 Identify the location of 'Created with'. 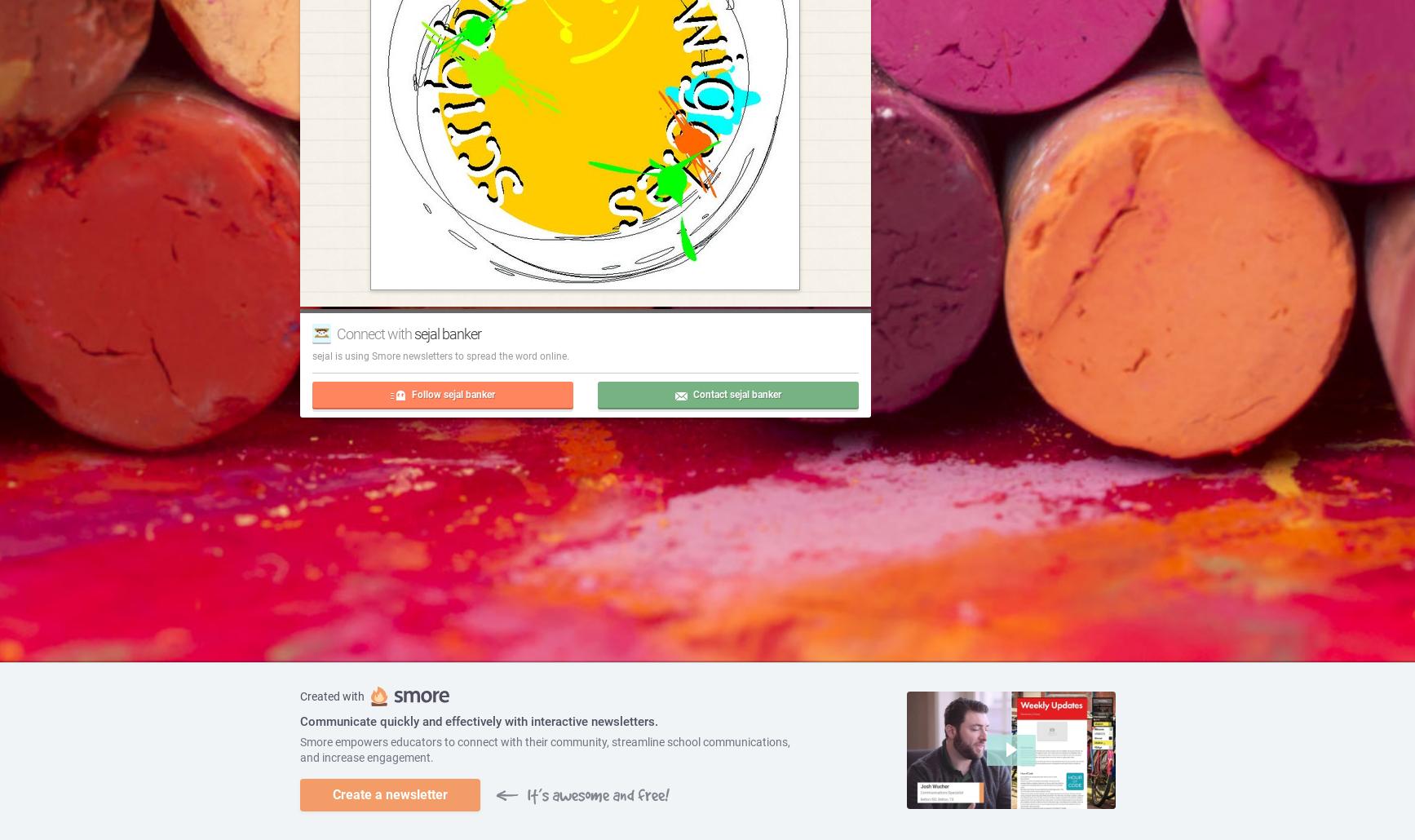
(331, 695).